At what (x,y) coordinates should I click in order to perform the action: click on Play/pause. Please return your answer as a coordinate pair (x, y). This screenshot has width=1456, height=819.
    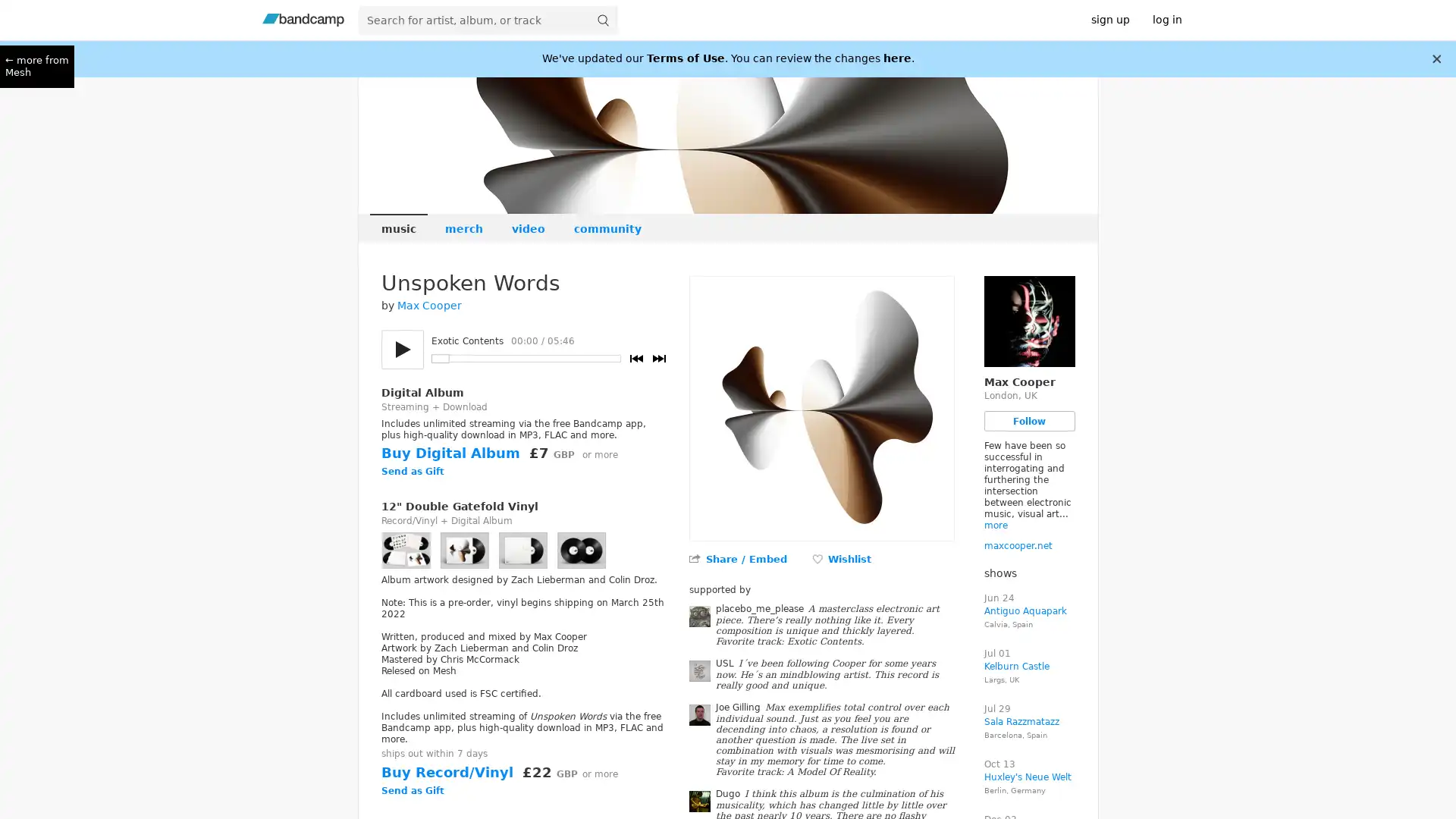
    Looking at the image, I should click on (401, 350).